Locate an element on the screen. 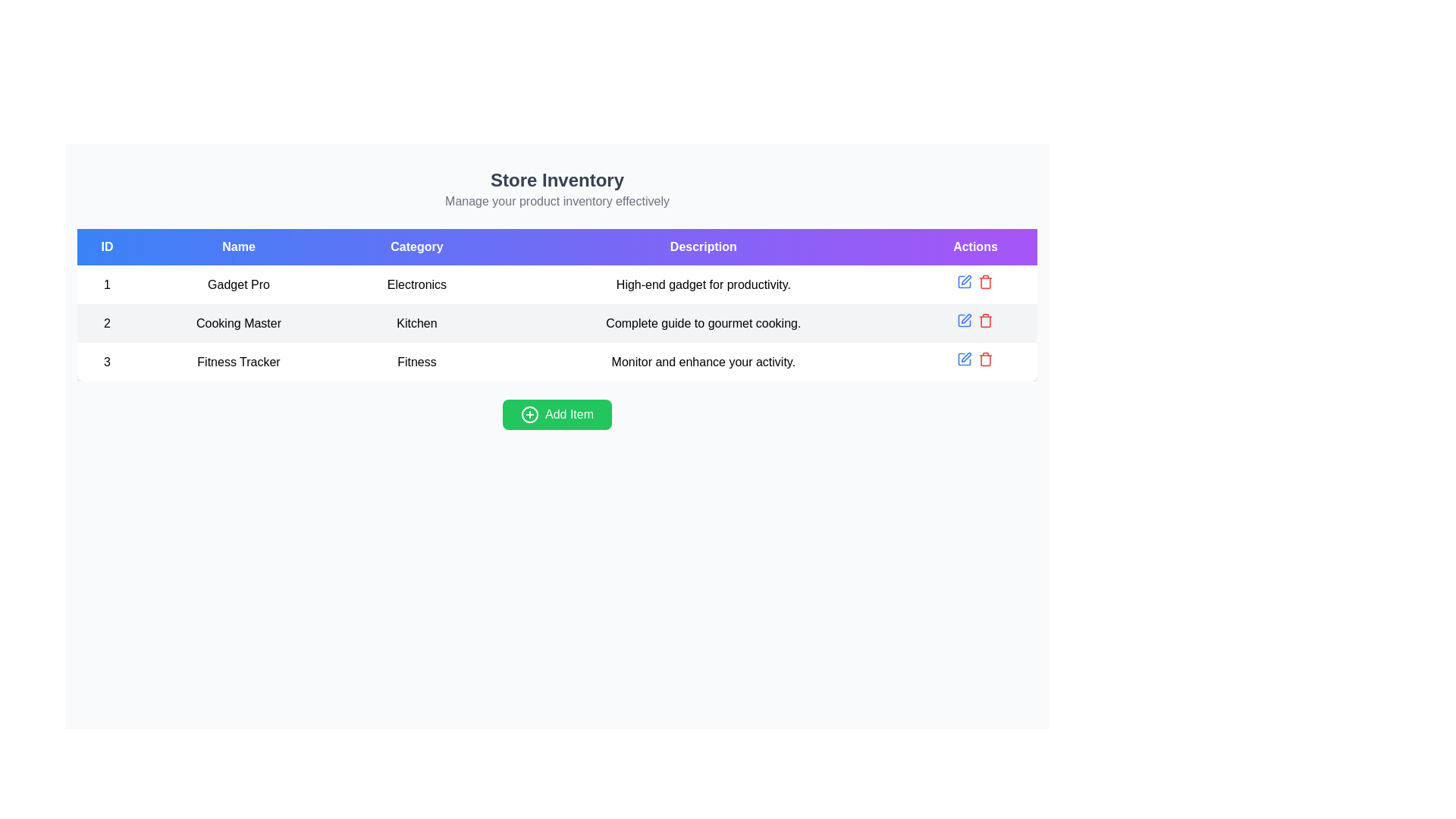  the Text element that displays descriptive information about the corresponding item in the 'Fitness Tracker' row of the table, located in the third row under the 'Description' column is located at coordinates (702, 362).